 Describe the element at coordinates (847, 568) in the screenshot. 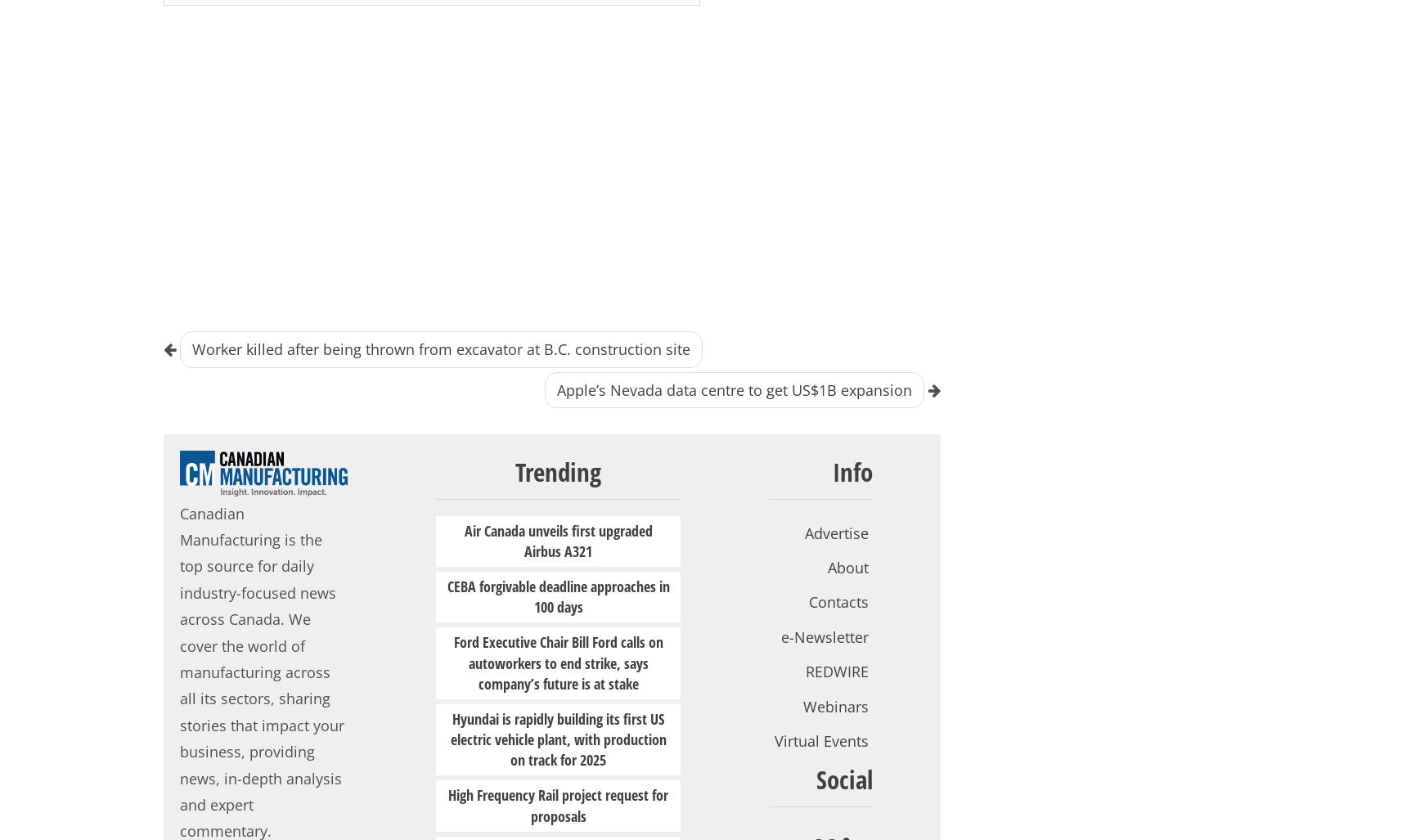

I see `'About'` at that location.